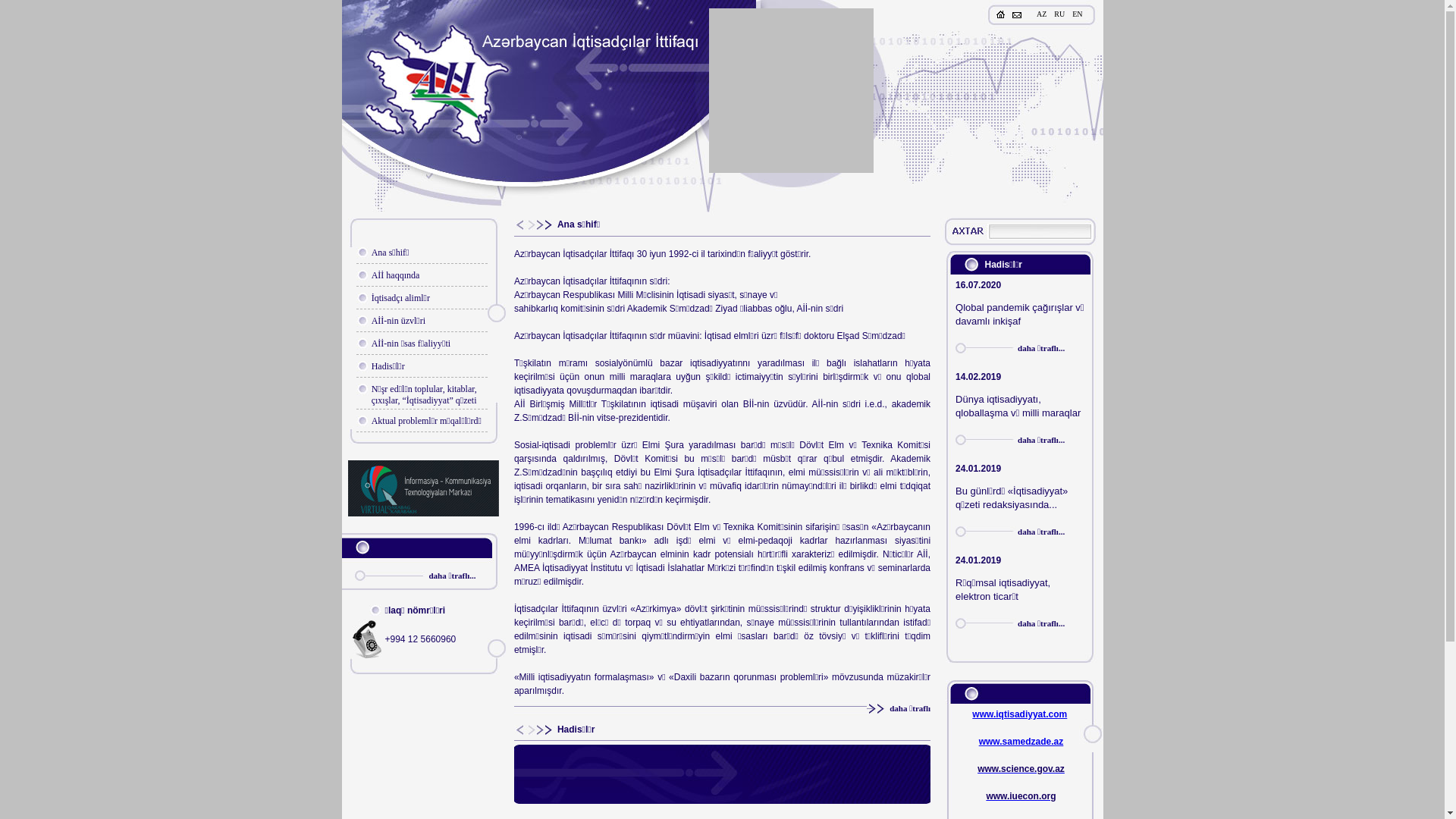 This screenshot has height=819, width=1456. Describe the element at coordinates (1020, 795) in the screenshot. I see `'www.iuecon.org'` at that location.